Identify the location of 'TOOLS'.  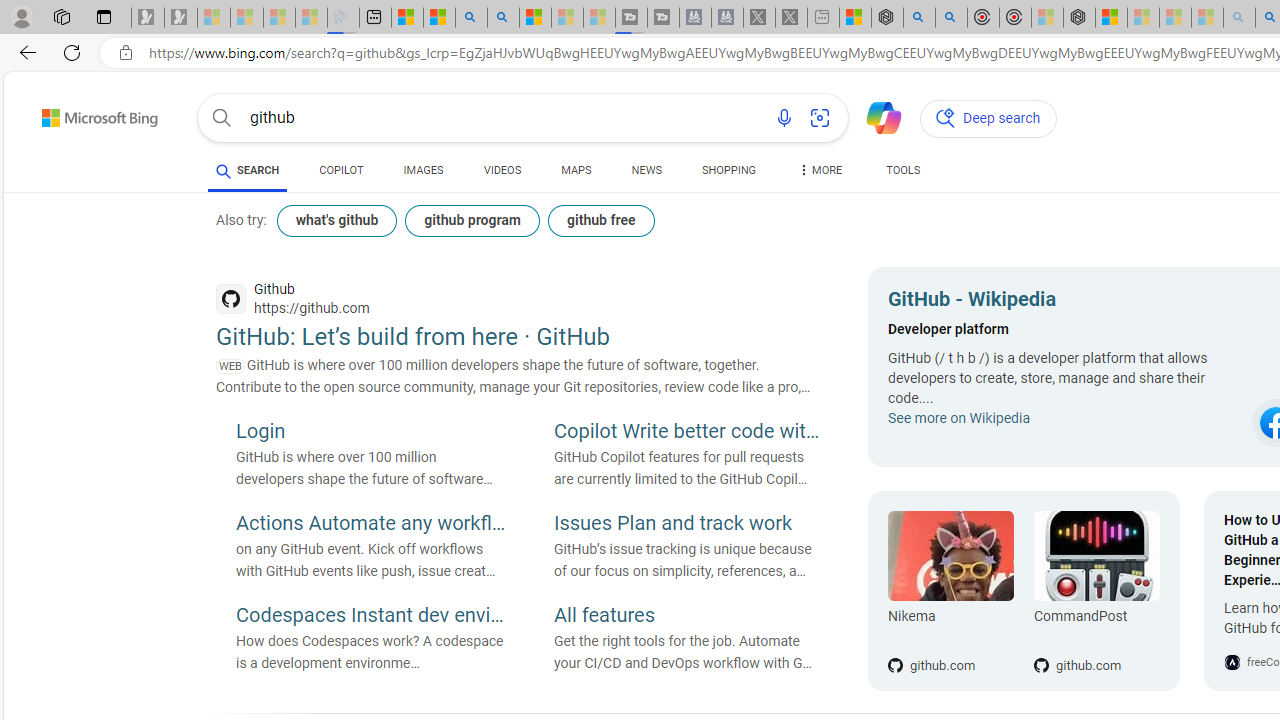
(902, 172).